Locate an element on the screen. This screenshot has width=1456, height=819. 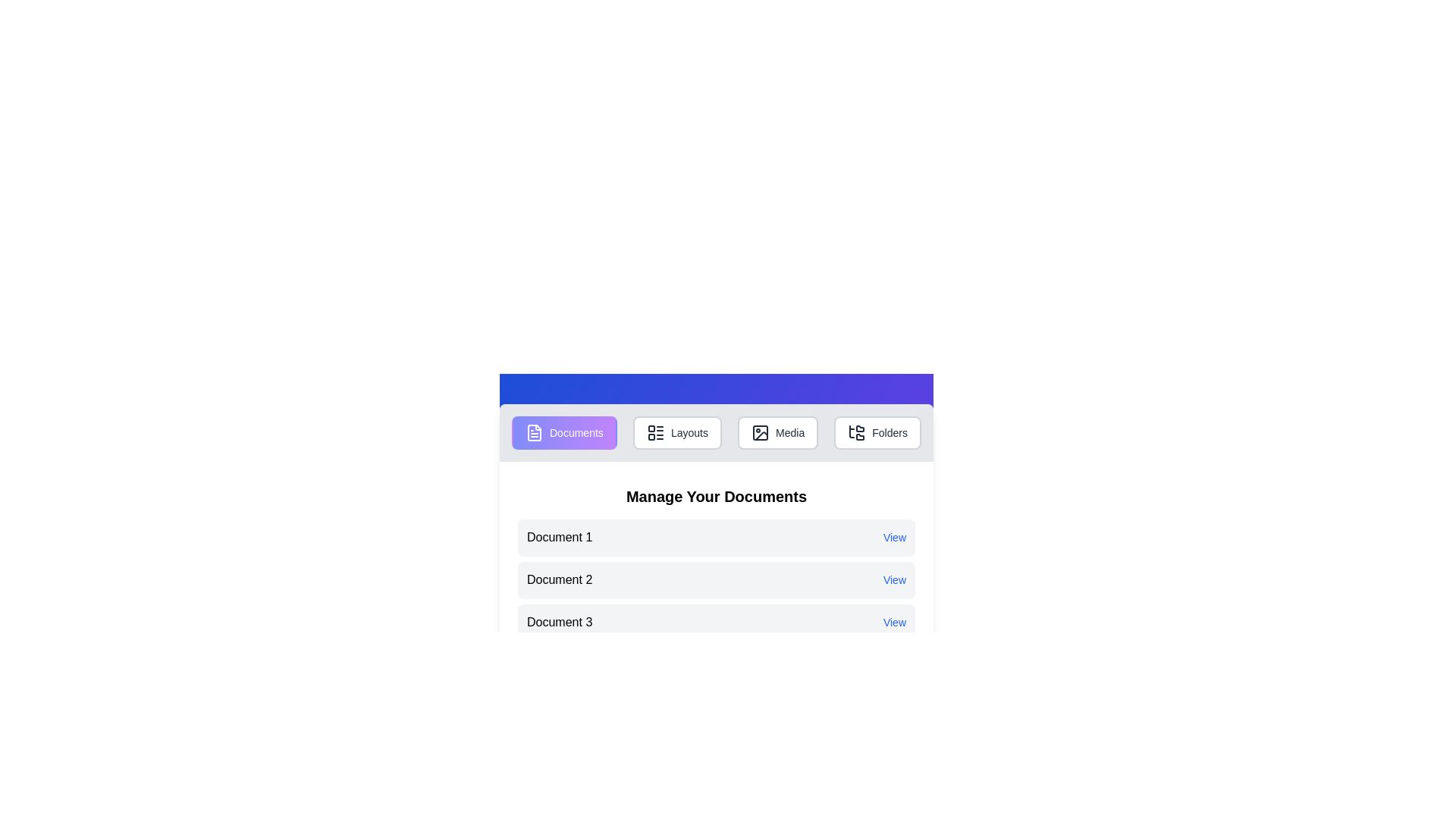
the file icon outline representing a document, located in the navigation bar under the 'Documents' tab is located at coordinates (535, 432).